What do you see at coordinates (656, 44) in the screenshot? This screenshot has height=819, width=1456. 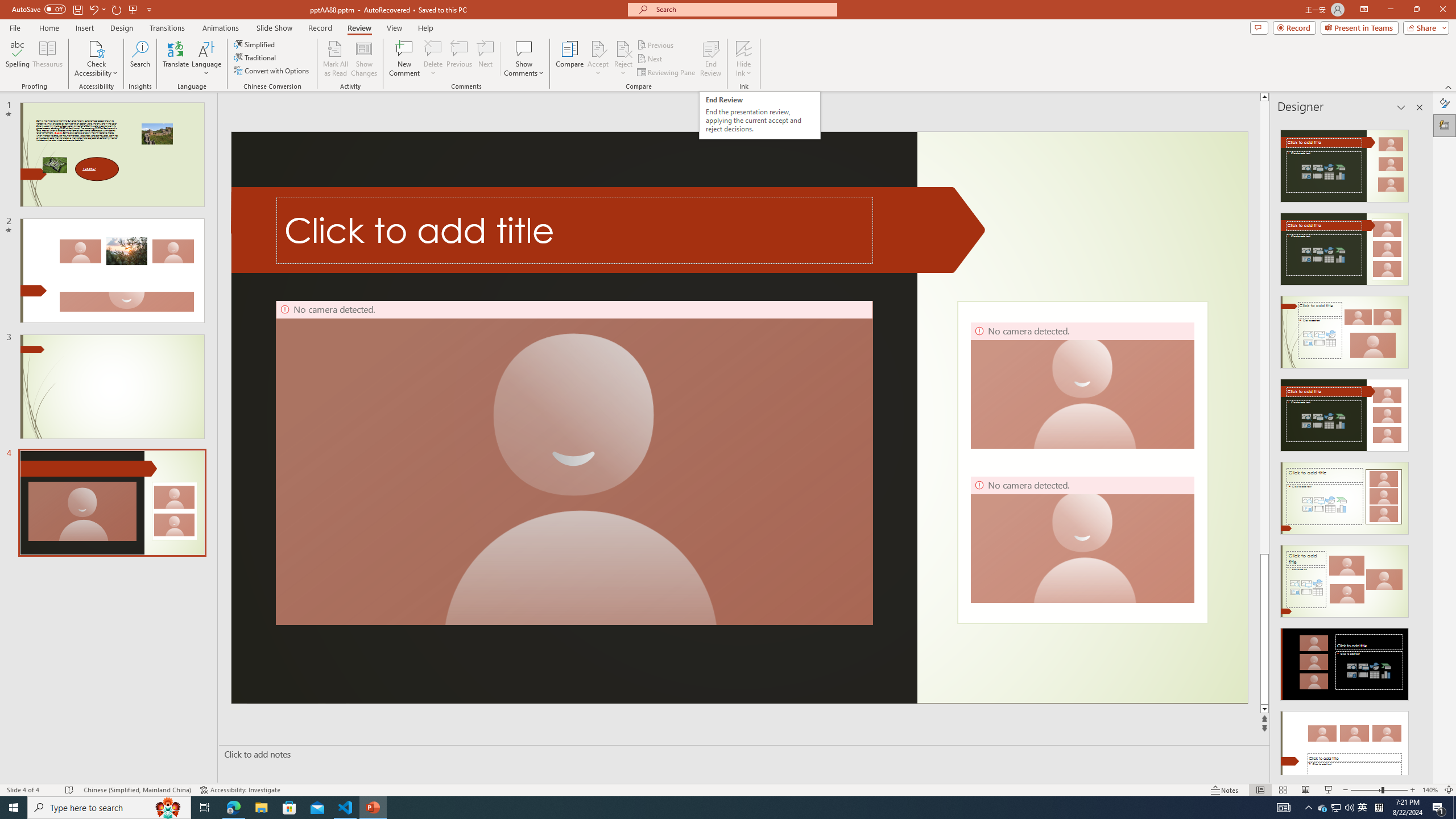 I see `'Previous'` at bounding box center [656, 44].